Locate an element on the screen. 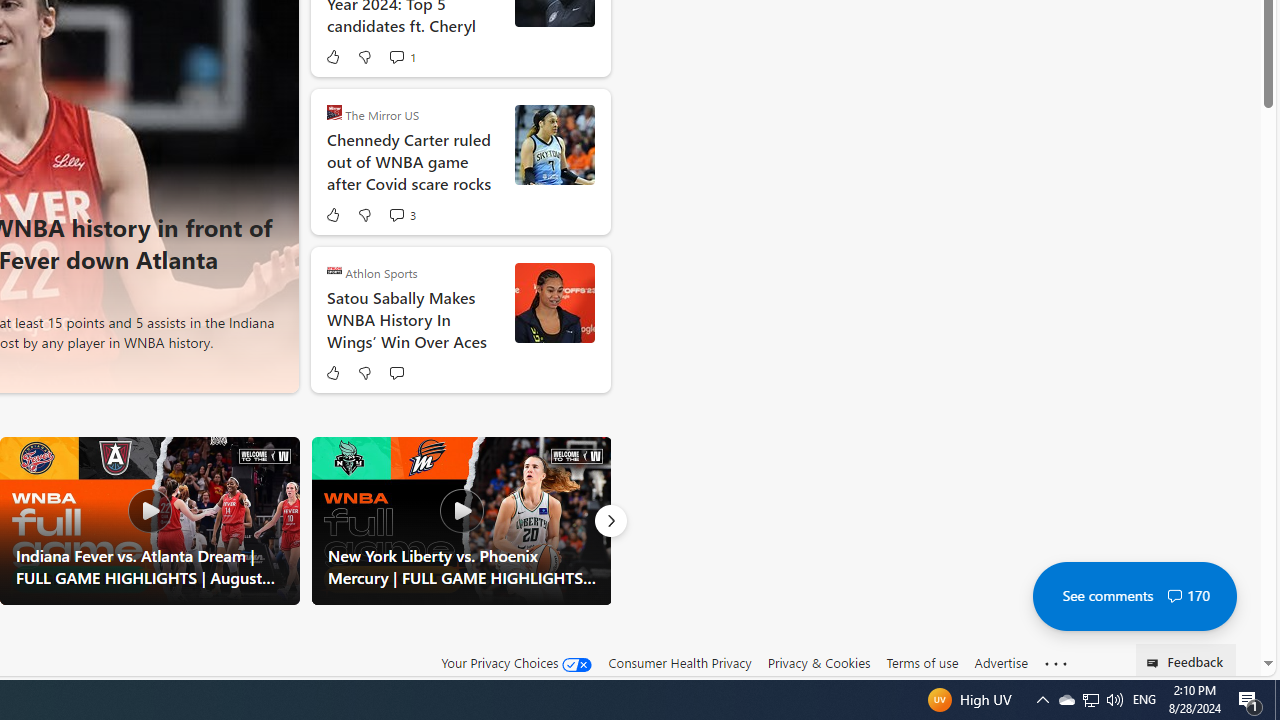 The width and height of the screenshot is (1280, 720). 'Consumer Health Privacy' is located at coordinates (680, 662).